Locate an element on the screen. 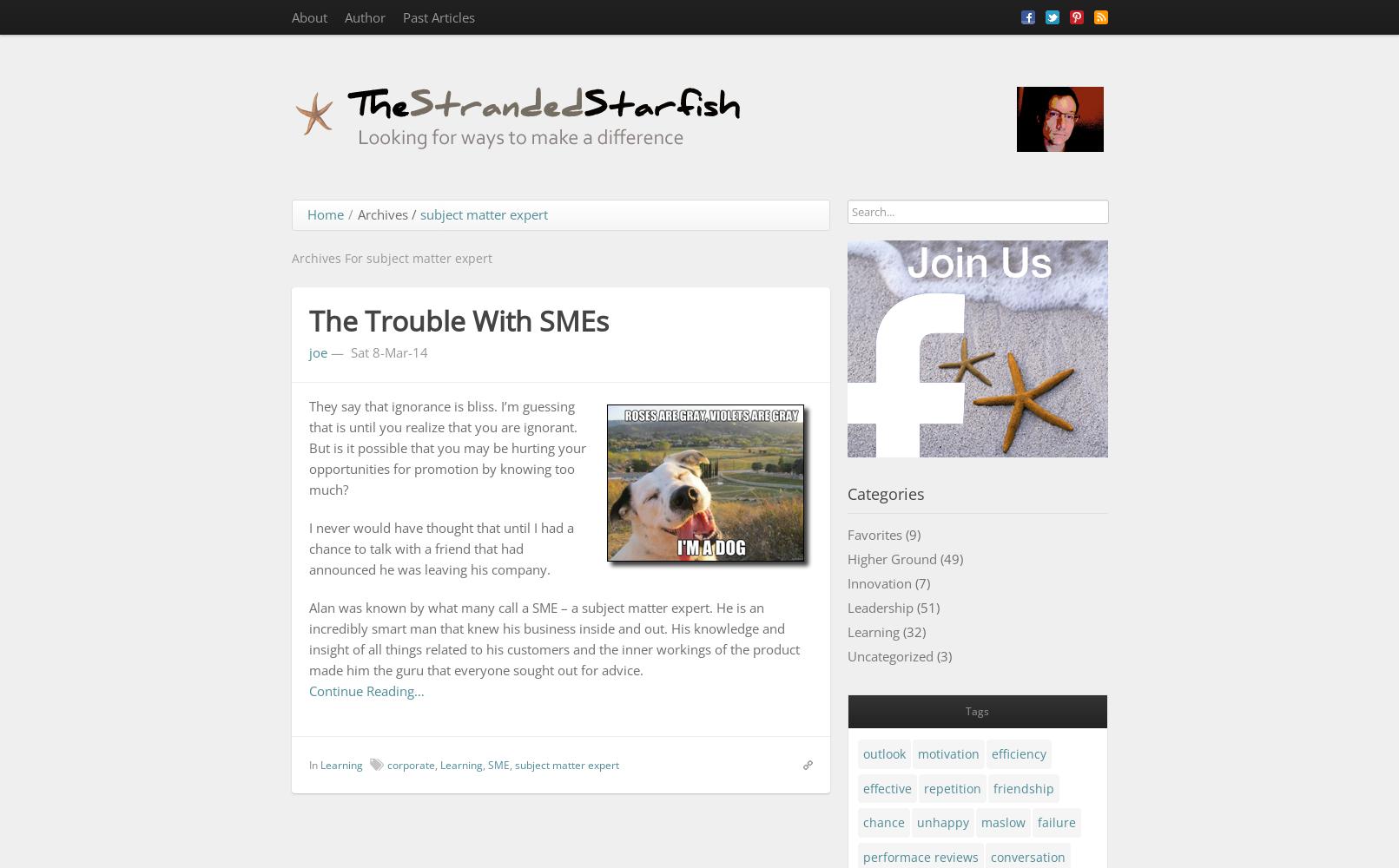 Image resolution: width=1399 pixels, height=868 pixels. 'Continue Reading…' is located at coordinates (366, 690).